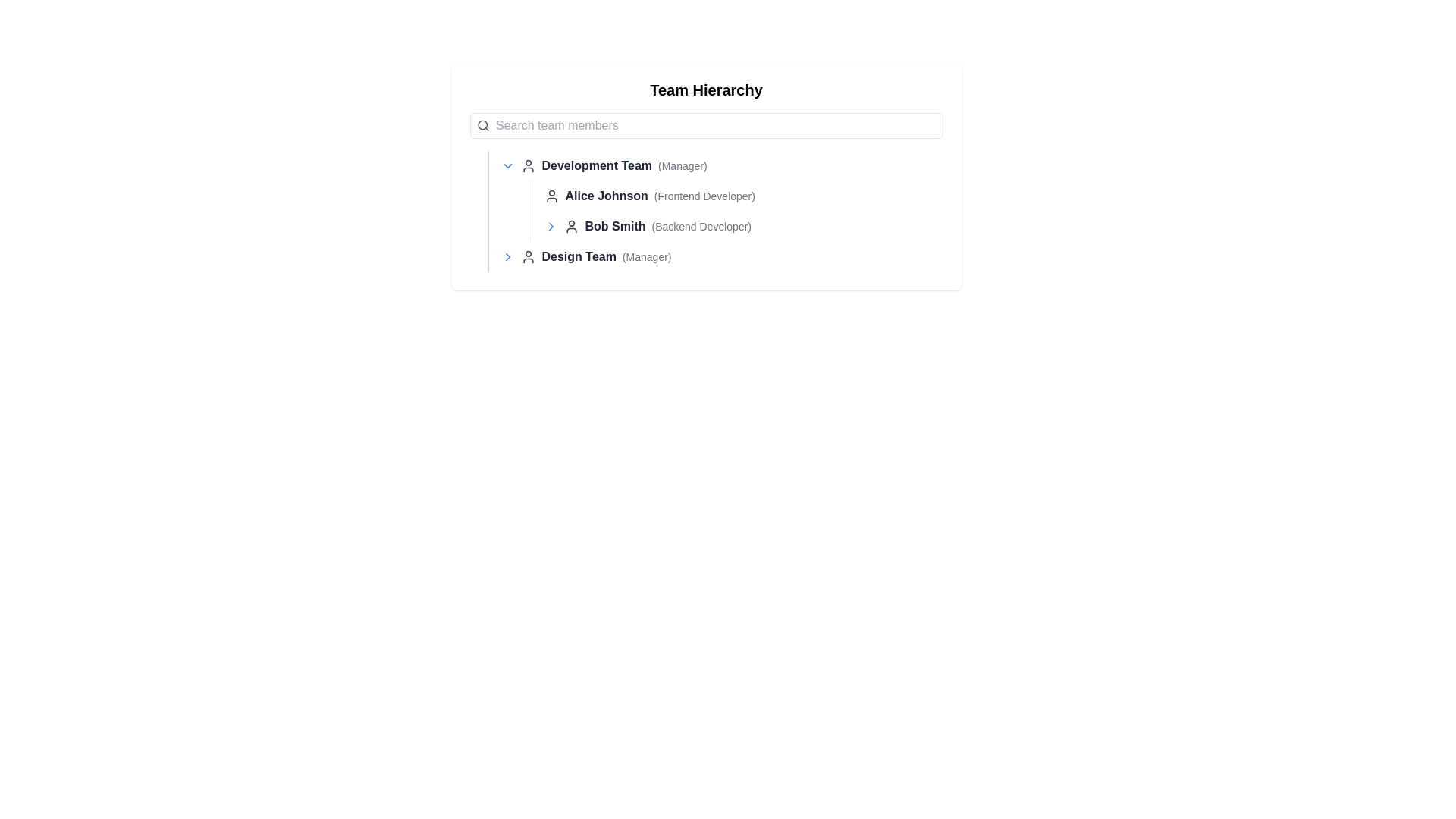 Image resolution: width=1456 pixels, height=819 pixels. I want to click on the member entry containing user information for 'Bob Smith', so click(736, 211).